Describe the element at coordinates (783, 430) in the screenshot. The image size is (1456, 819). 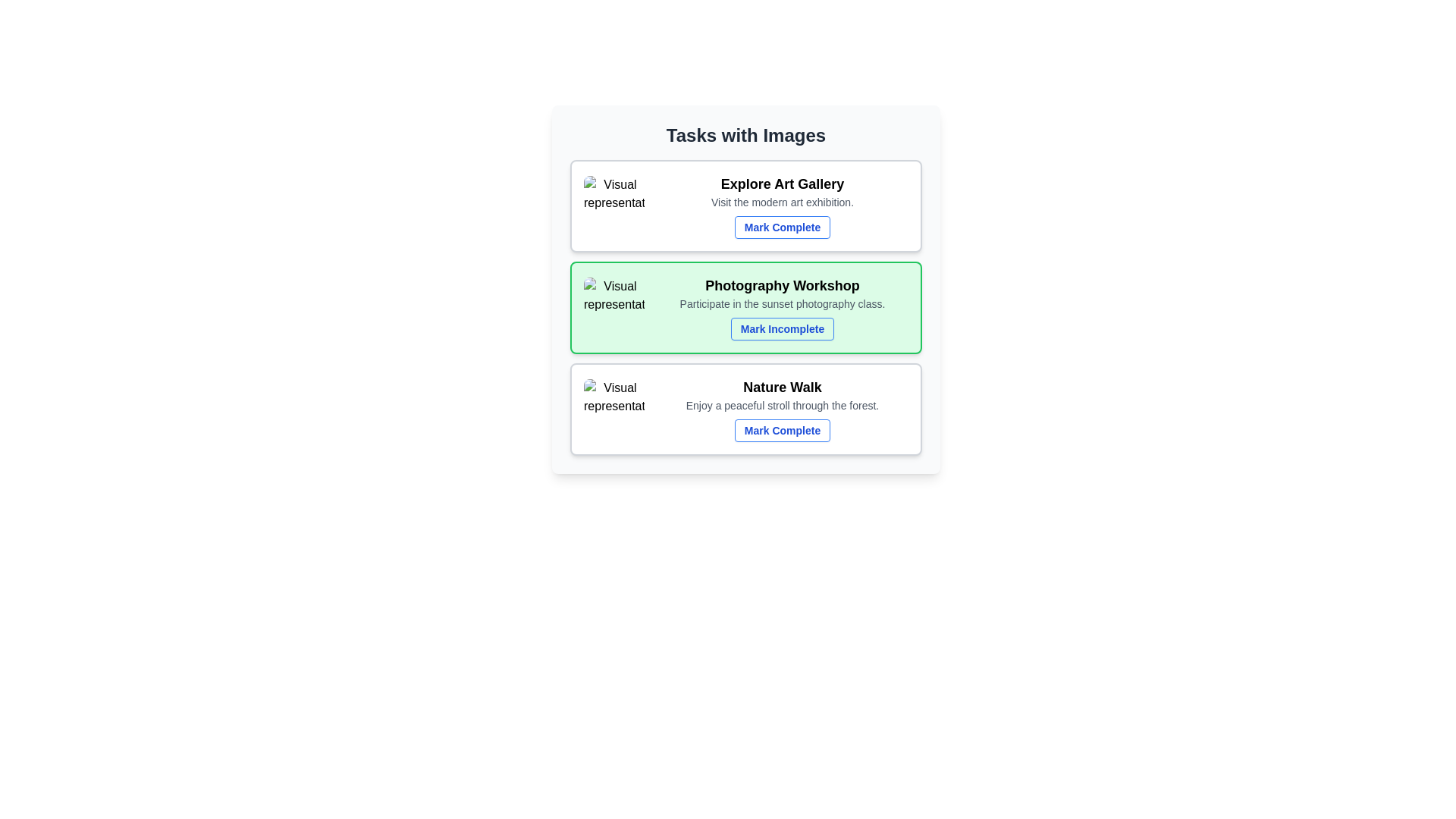
I see `the 'Nature Walk' button to toggle its completion status` at that location.